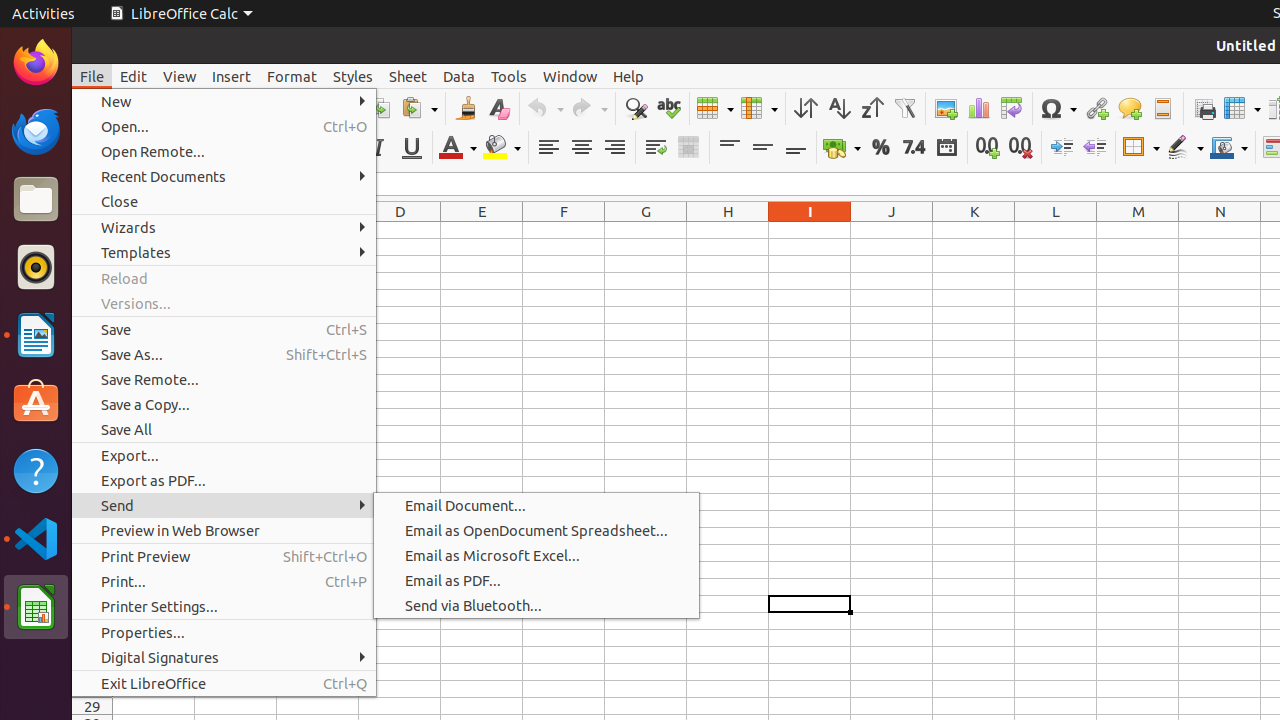  I want to click on 'Styles', so click(353, 75).